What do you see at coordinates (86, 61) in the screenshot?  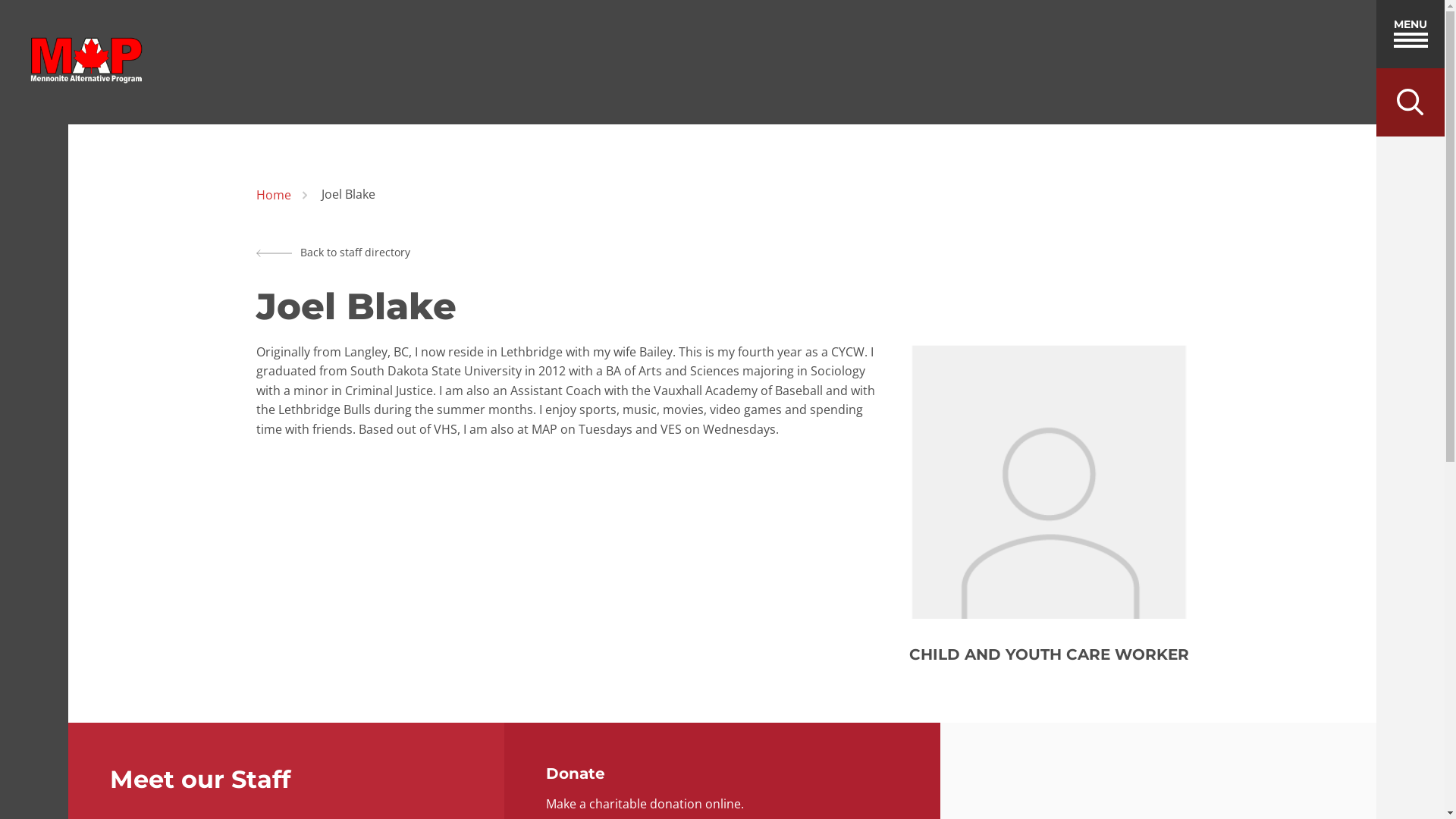 I see `'home'` at bounding box center [86, 61].